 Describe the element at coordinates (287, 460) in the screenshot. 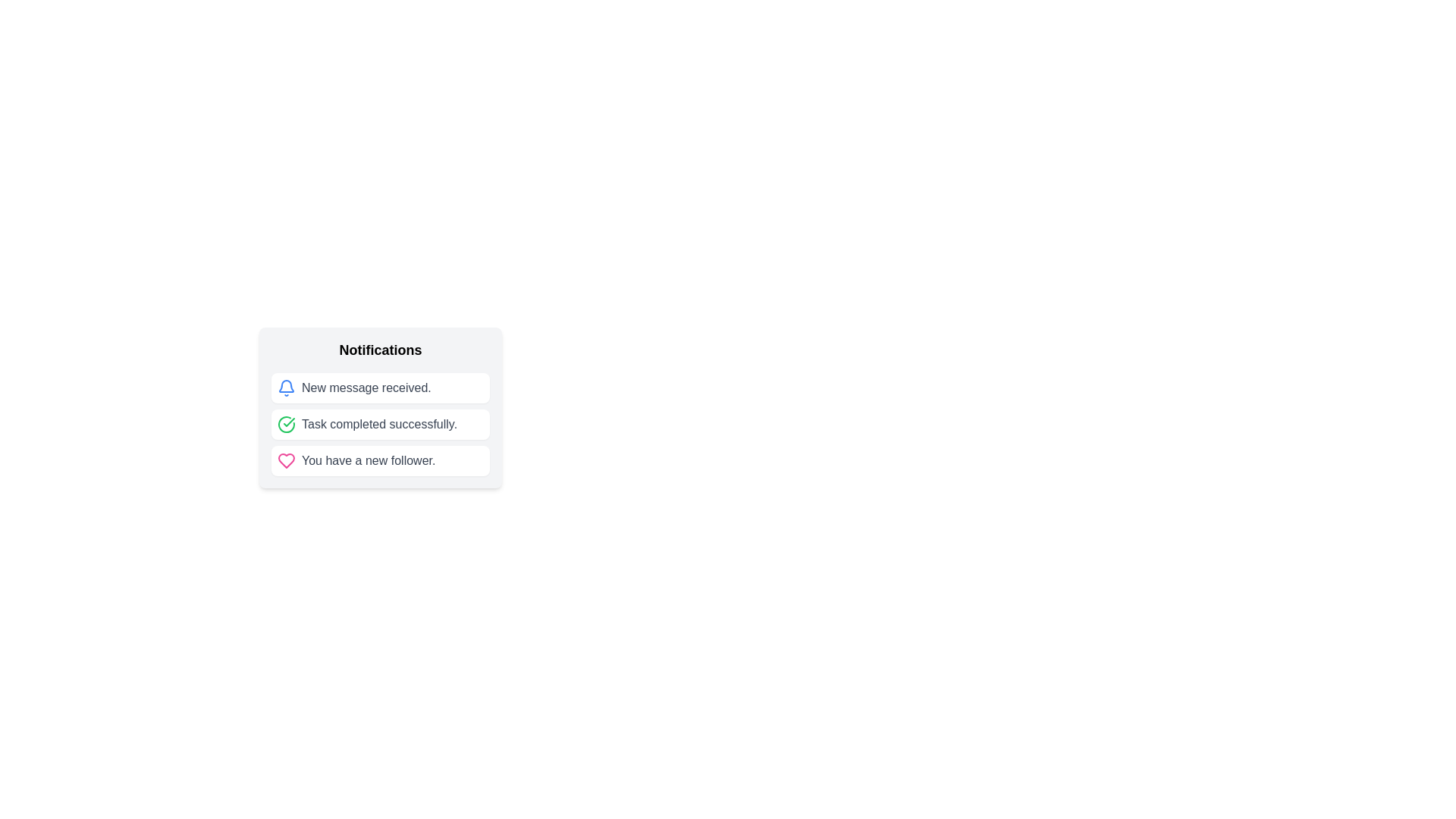

I see `the 'new follower' alert icon located in the third notification box under the 'Notifications' header` at that location.